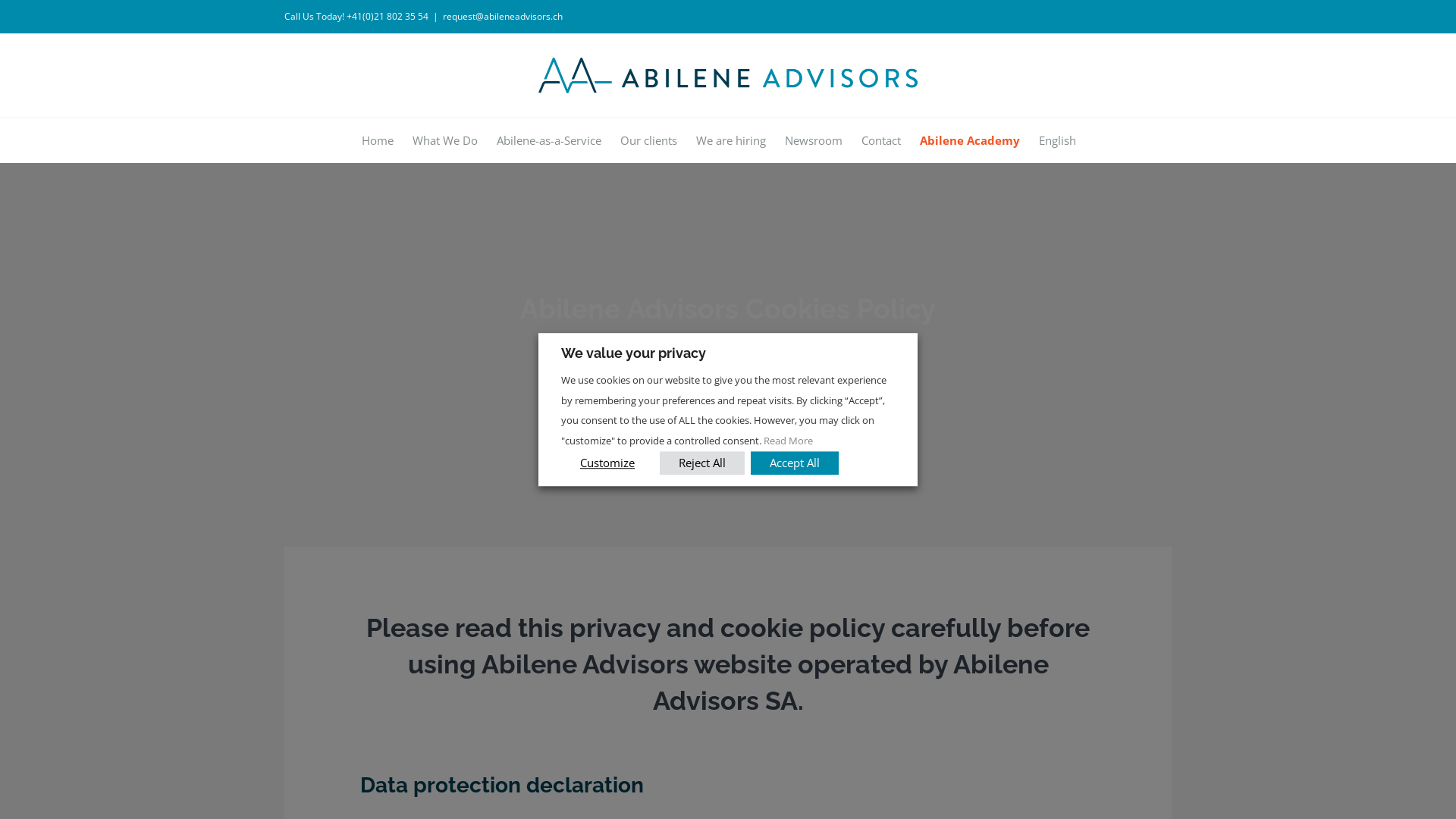 The height and width of the screenshot is (819, 1456). Describe the element at coordinates (731, 139) in the screenshot. I see `'We are hiring'` at that location.